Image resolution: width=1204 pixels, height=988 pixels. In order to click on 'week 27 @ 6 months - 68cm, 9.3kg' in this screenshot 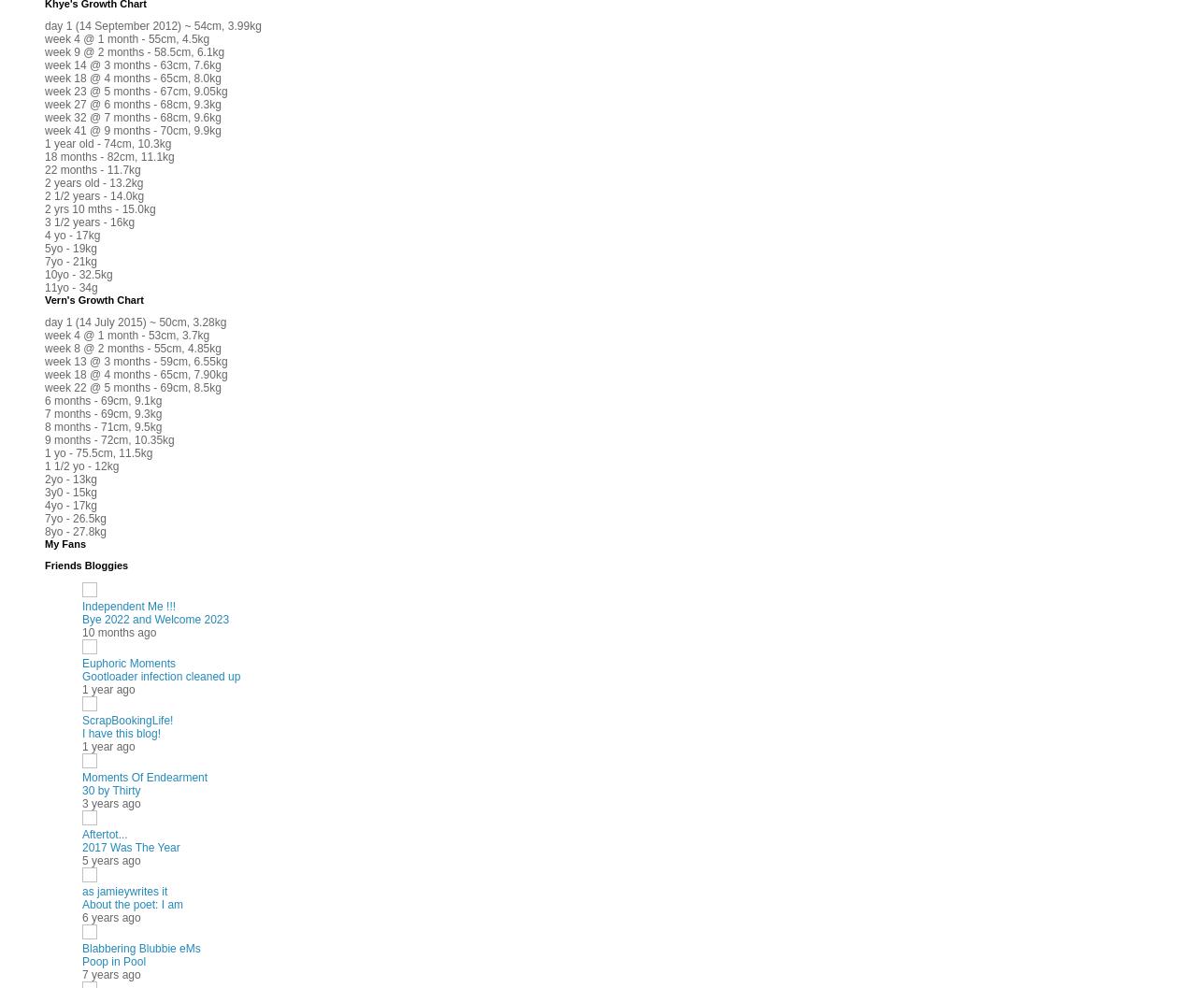, I will do `click(132, 102)`.